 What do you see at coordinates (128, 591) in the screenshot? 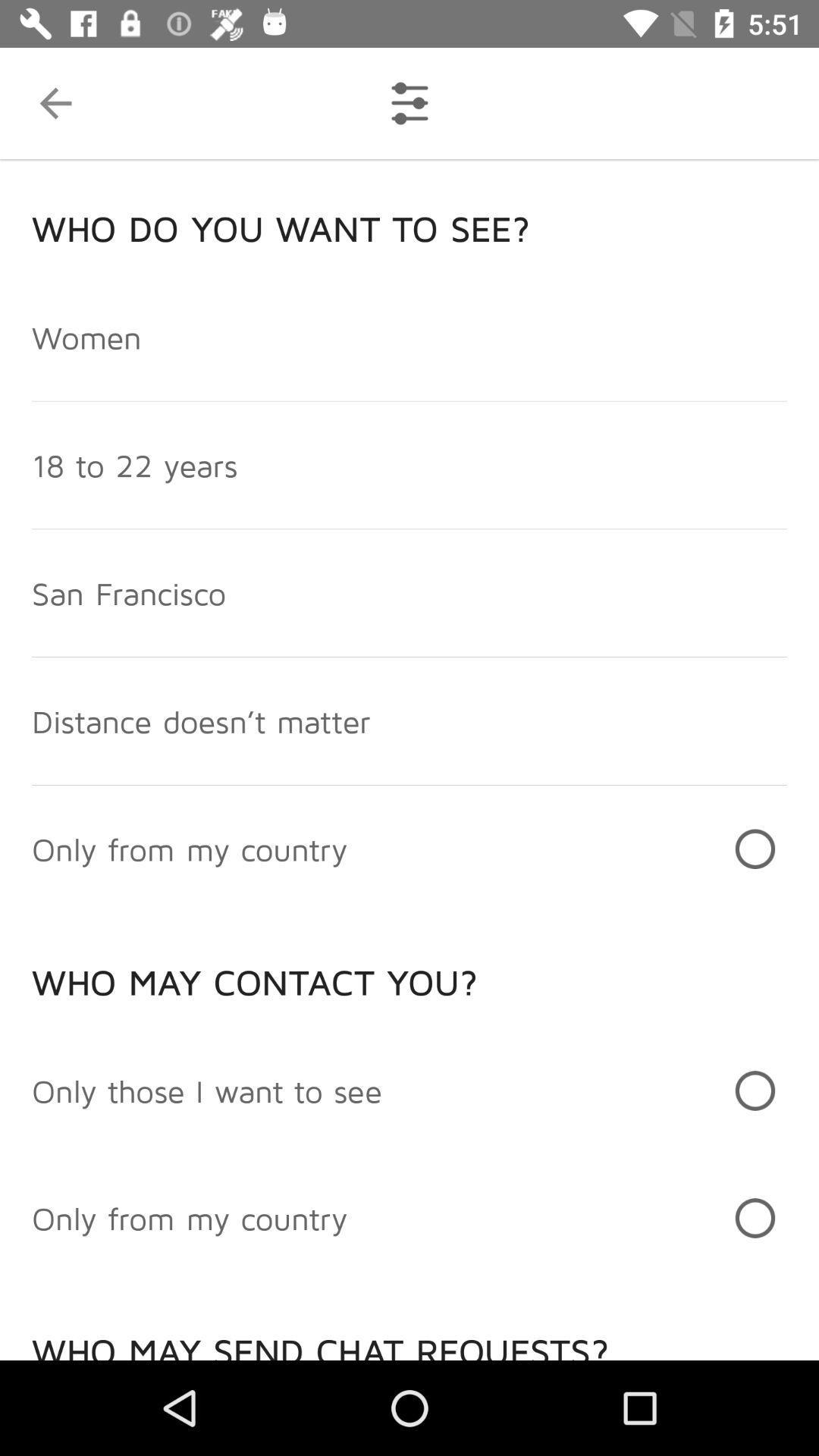
I see `the san francisco icon` at bounding box center [128, 591].